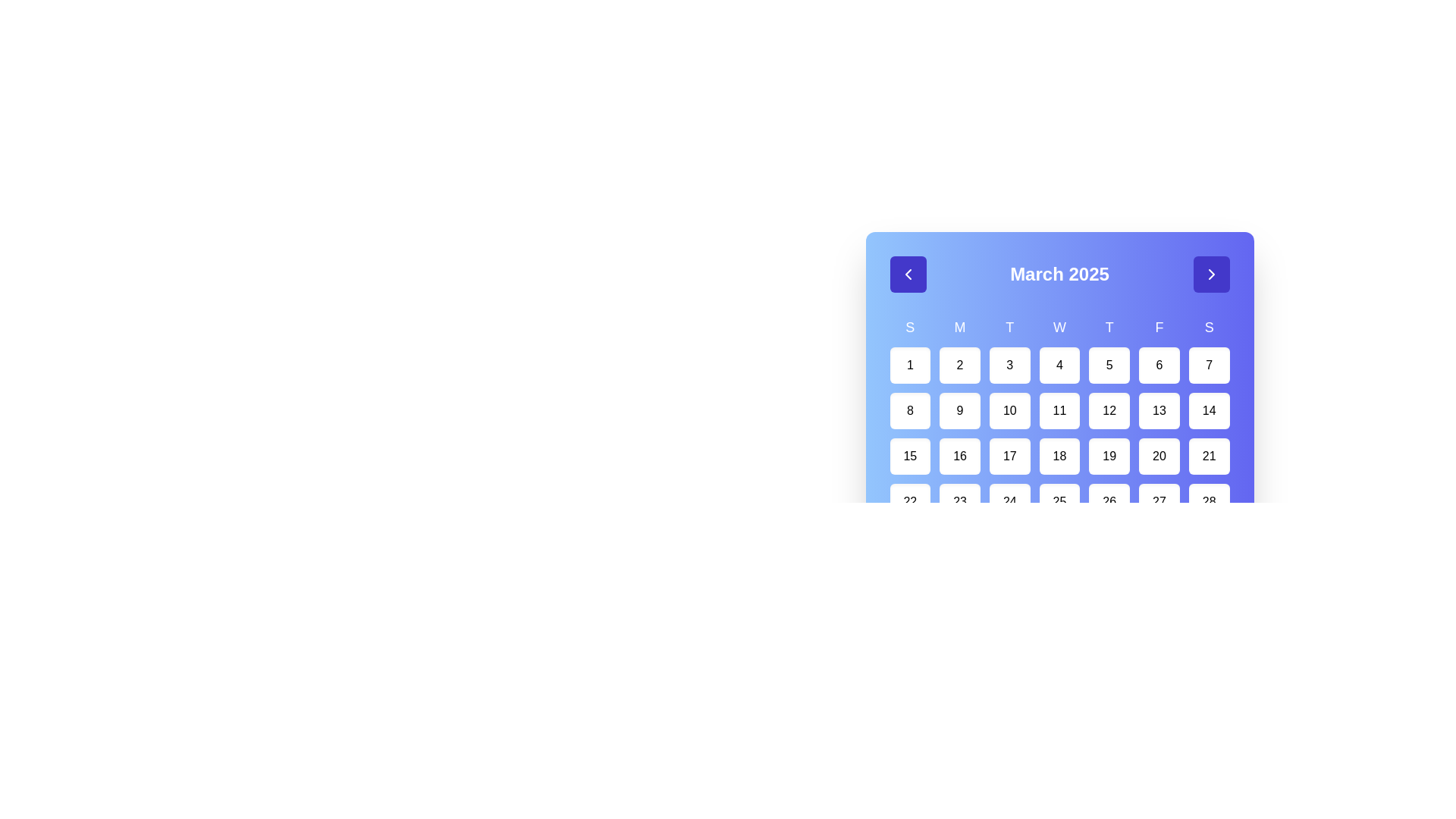 The height and width of the screenshot is (819, 1456). I want to click on the selectable date button representing the 12th day in the calendar interface, located in the third row and fifth column of the grid layout, so click(1109, 411).